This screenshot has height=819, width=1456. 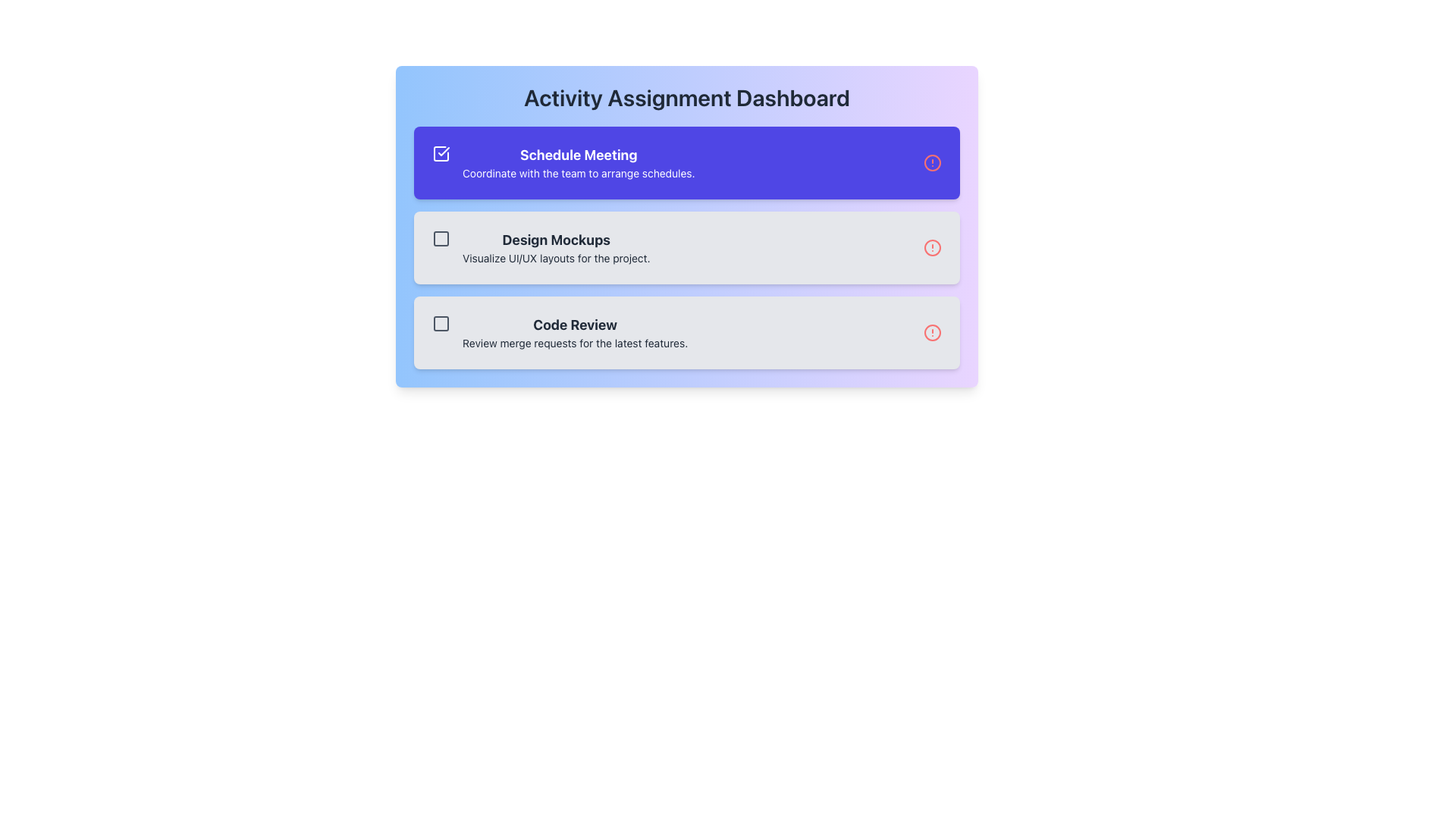 What do you see at coordinates (578, 163) in the screenshot?
I see `the 'Schedule Meeting' text block, which features a bold title and a subtitle within a purple rectangular section, located at the top of the 'Activity Assignment Dashboard'` at bounding box center [578, 163].